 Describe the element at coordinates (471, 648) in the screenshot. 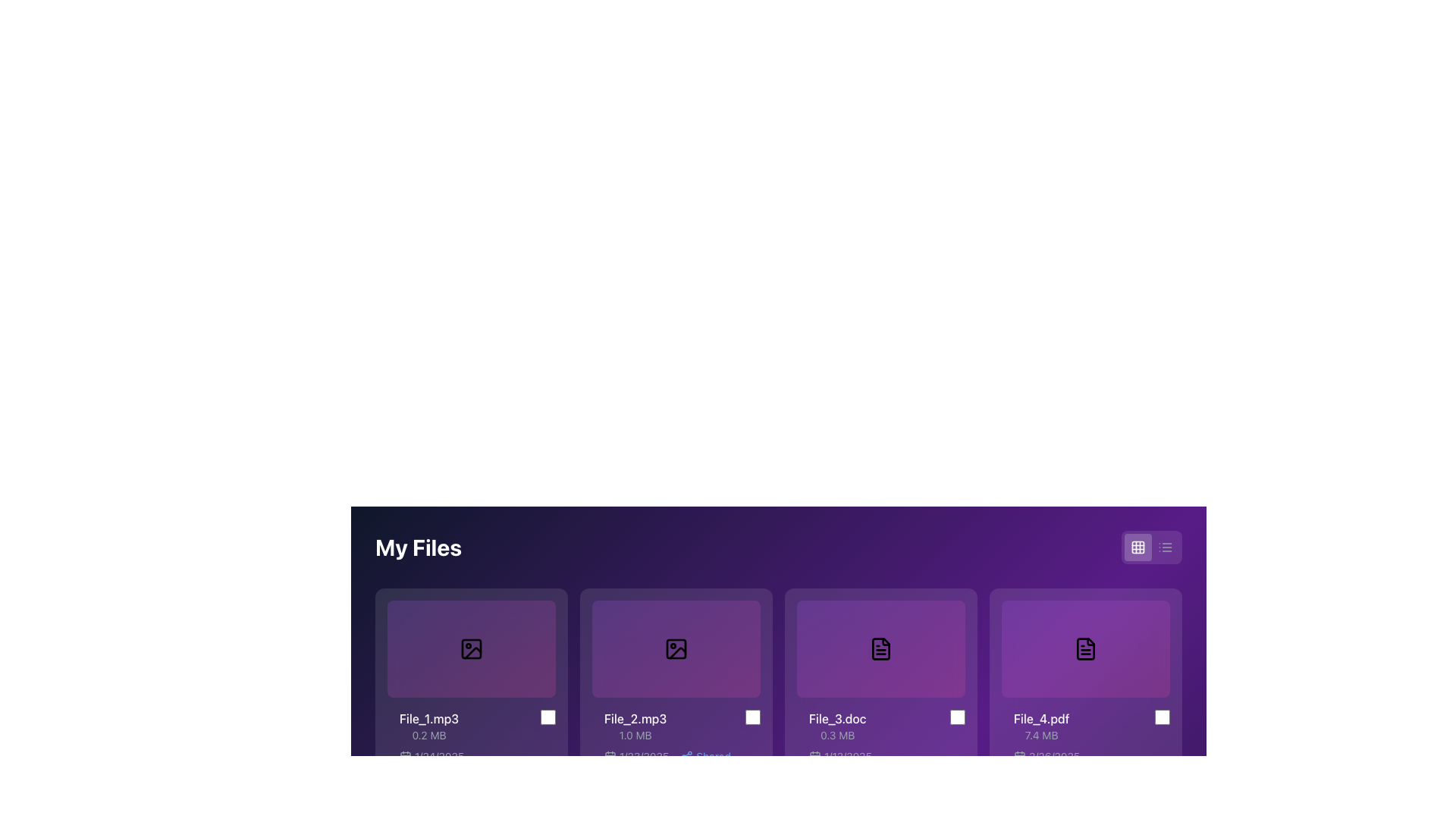

I see `the image or file thumbnail icon located in the first tile under the 'My Files' section` at that location.